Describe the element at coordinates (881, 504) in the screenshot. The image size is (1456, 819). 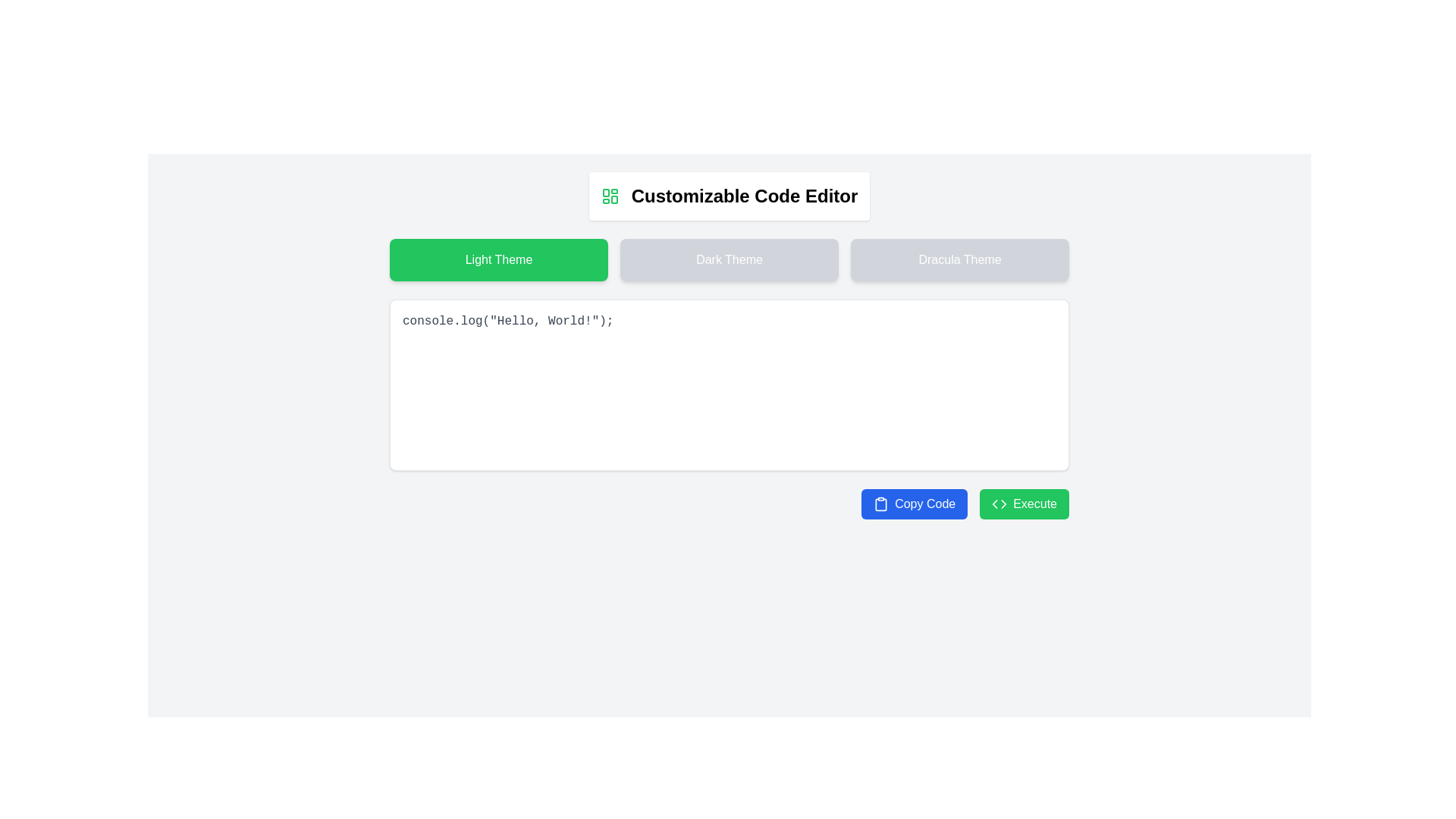
I see `the clipboard icon located to the left of the 'Copy Code' text within the 'Copy Code' button at the bottom center of the application interface` at that location.